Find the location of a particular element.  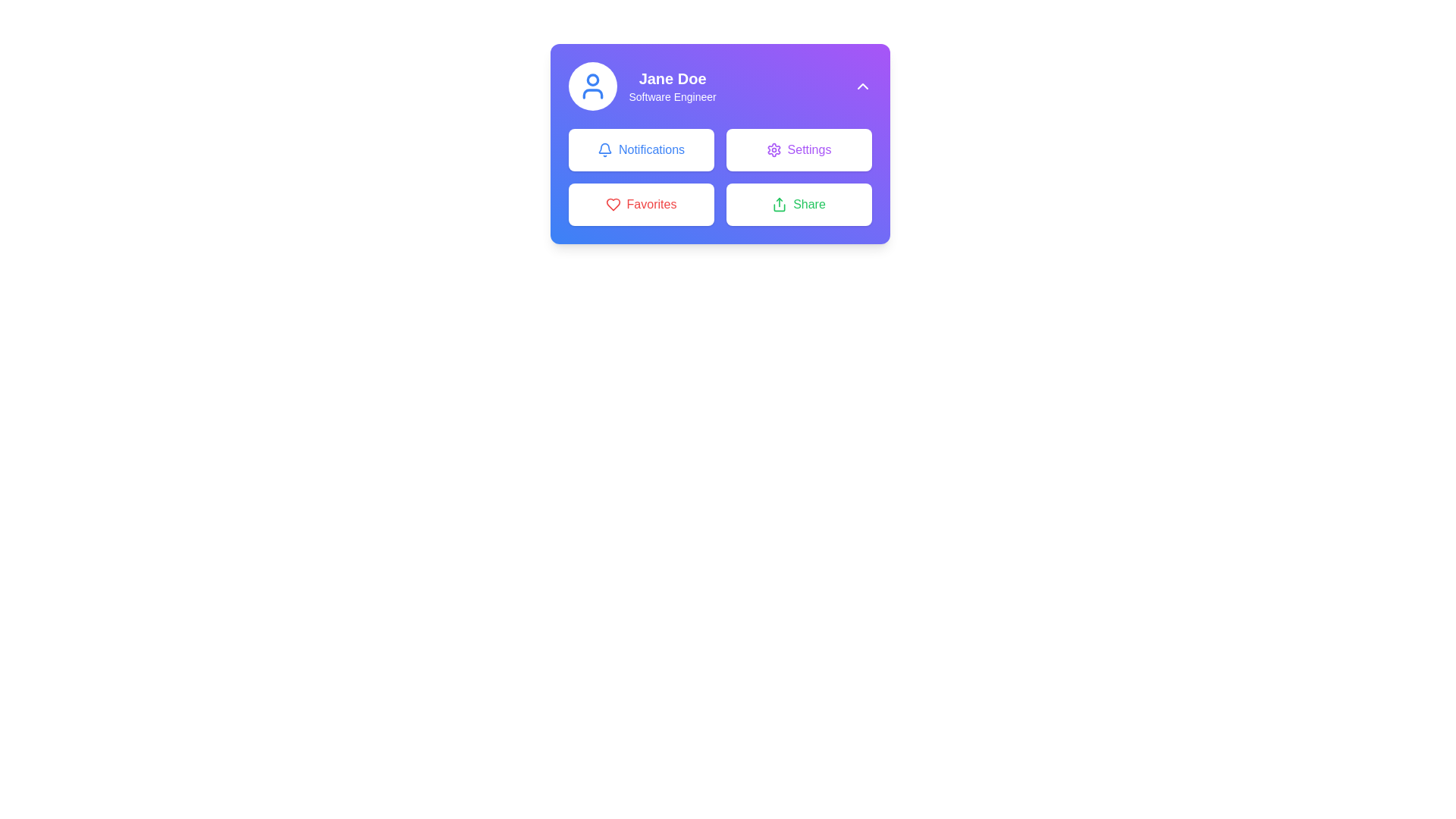

label inside the button that indicates the notifications functionality, which is the first button on the left in the top row of a grid-like grouping of four buttons is located at coordinates (651, 149).